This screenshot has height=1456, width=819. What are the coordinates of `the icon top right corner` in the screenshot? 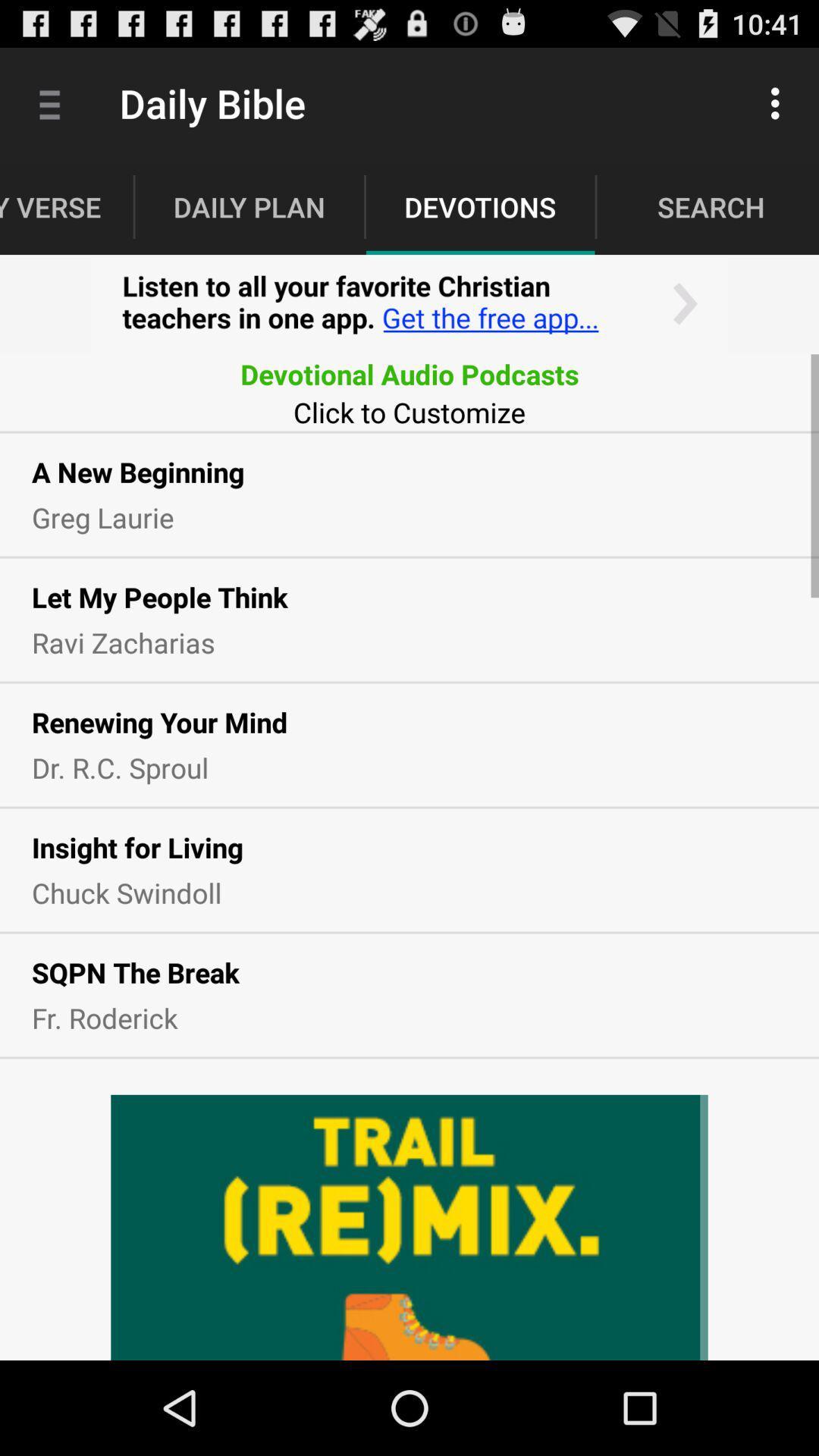 It's located at (779, 103).